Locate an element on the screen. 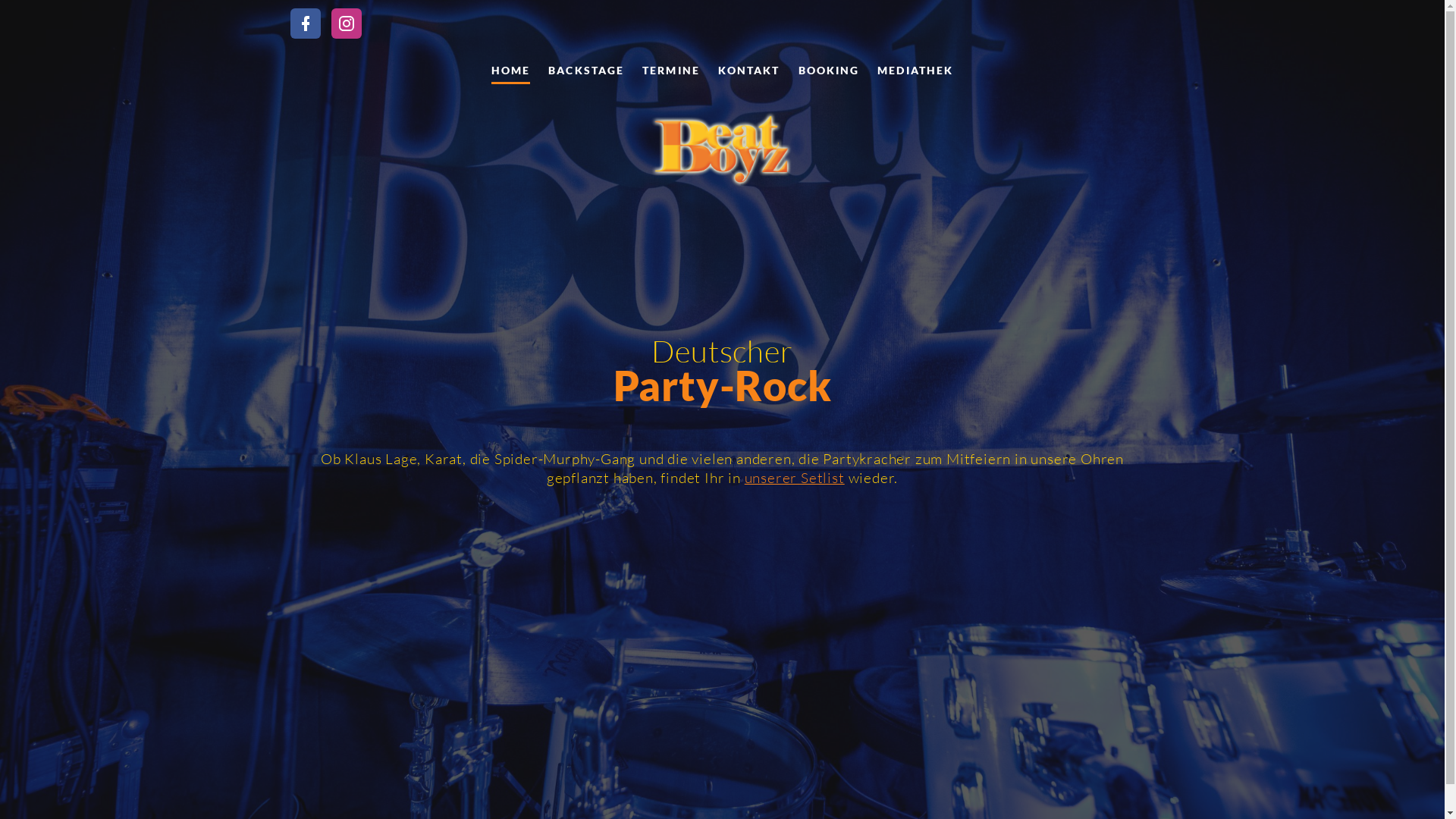  'unserer Setlist' is located at coordinates (793, 476).